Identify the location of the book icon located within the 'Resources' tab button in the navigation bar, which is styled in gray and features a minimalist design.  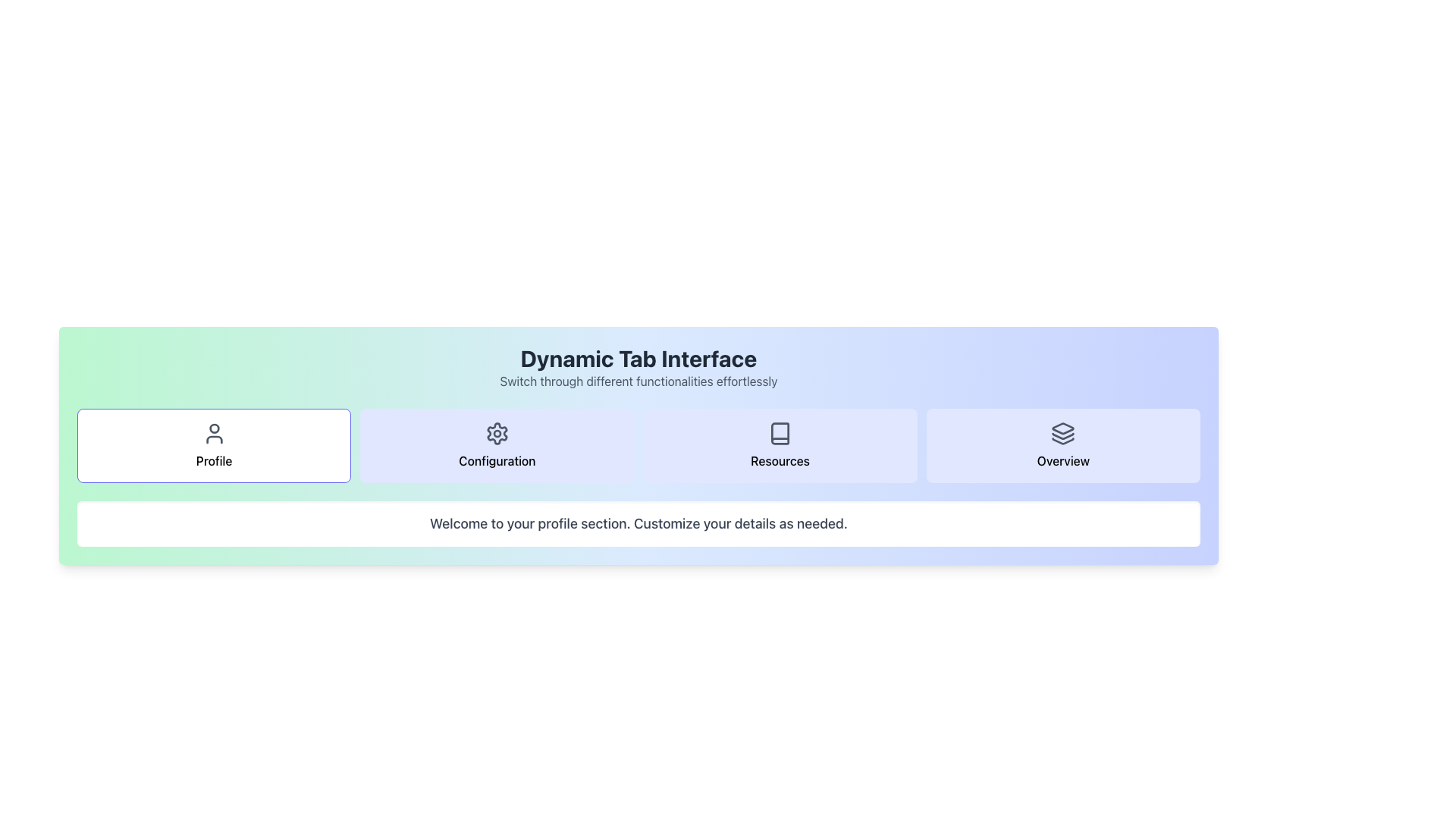
(780, 433).